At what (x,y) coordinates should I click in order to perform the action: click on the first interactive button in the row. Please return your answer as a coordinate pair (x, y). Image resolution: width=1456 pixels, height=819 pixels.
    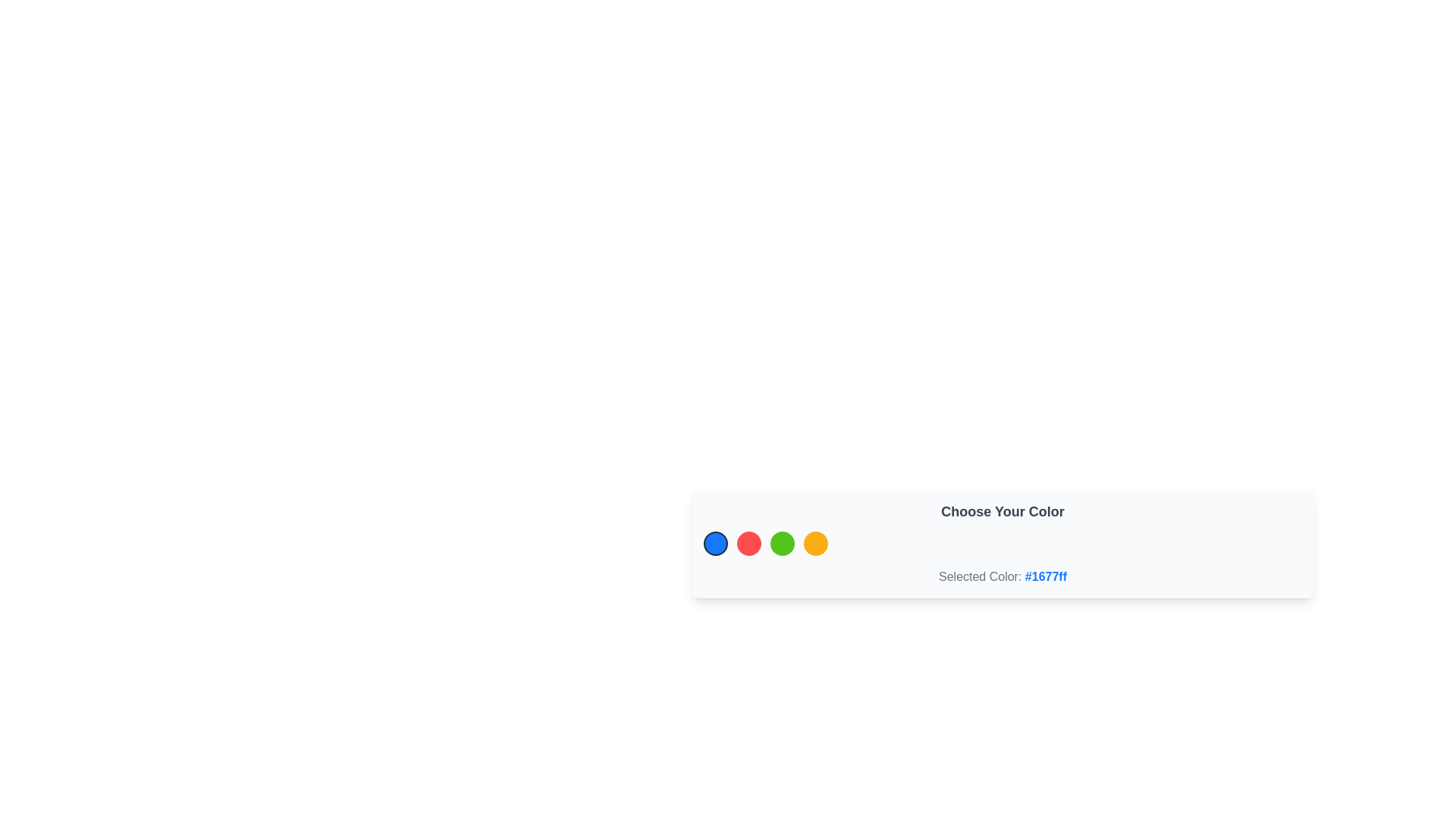
    Looking at the image, I should click on (715, 543).